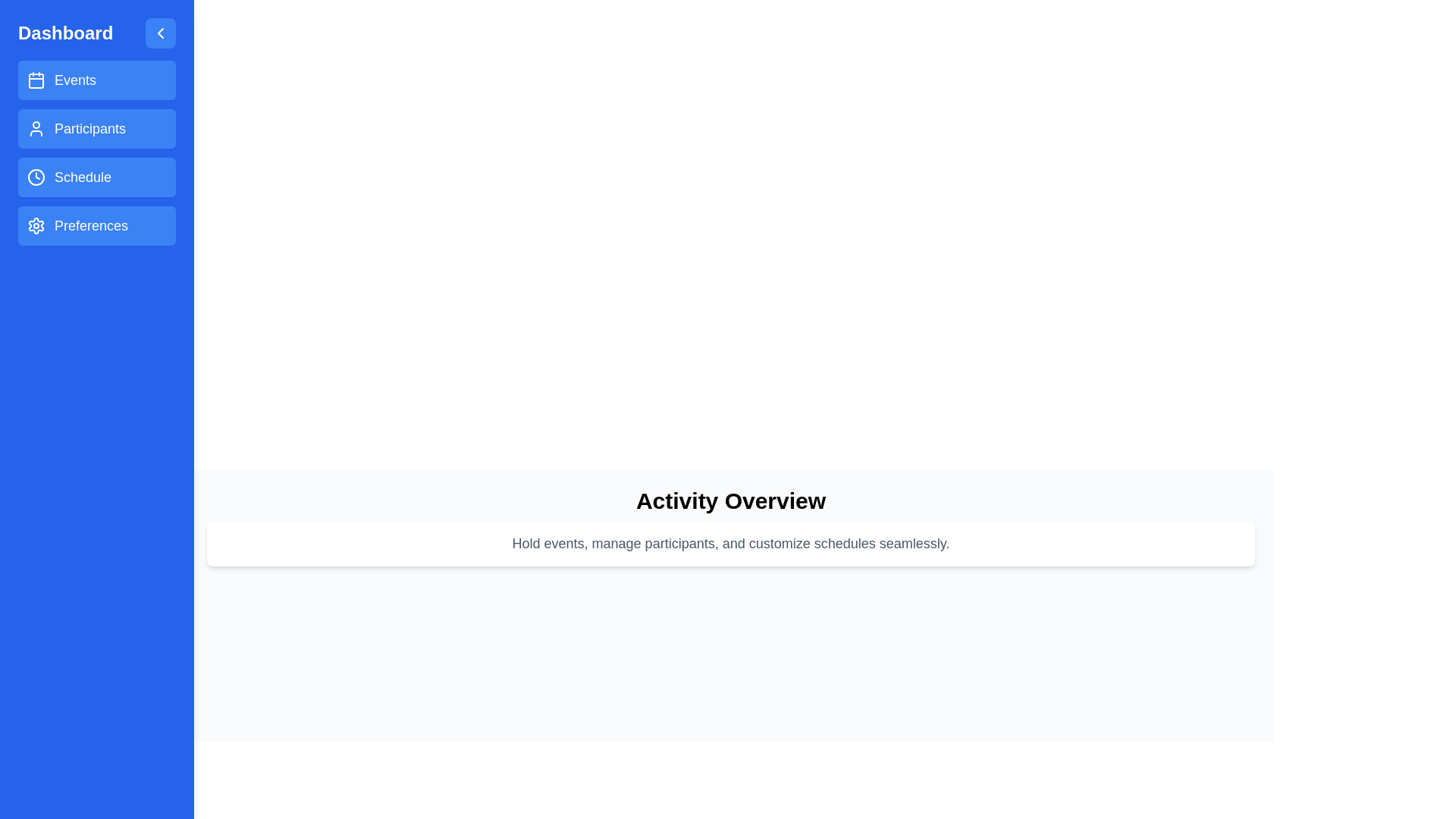 This screenshot has width=1456, height=819. What do you see at coordinates (96, 225) in the screenshot?
I see `the menu option Preferences in the drawer` at bounding box center [96, 225].